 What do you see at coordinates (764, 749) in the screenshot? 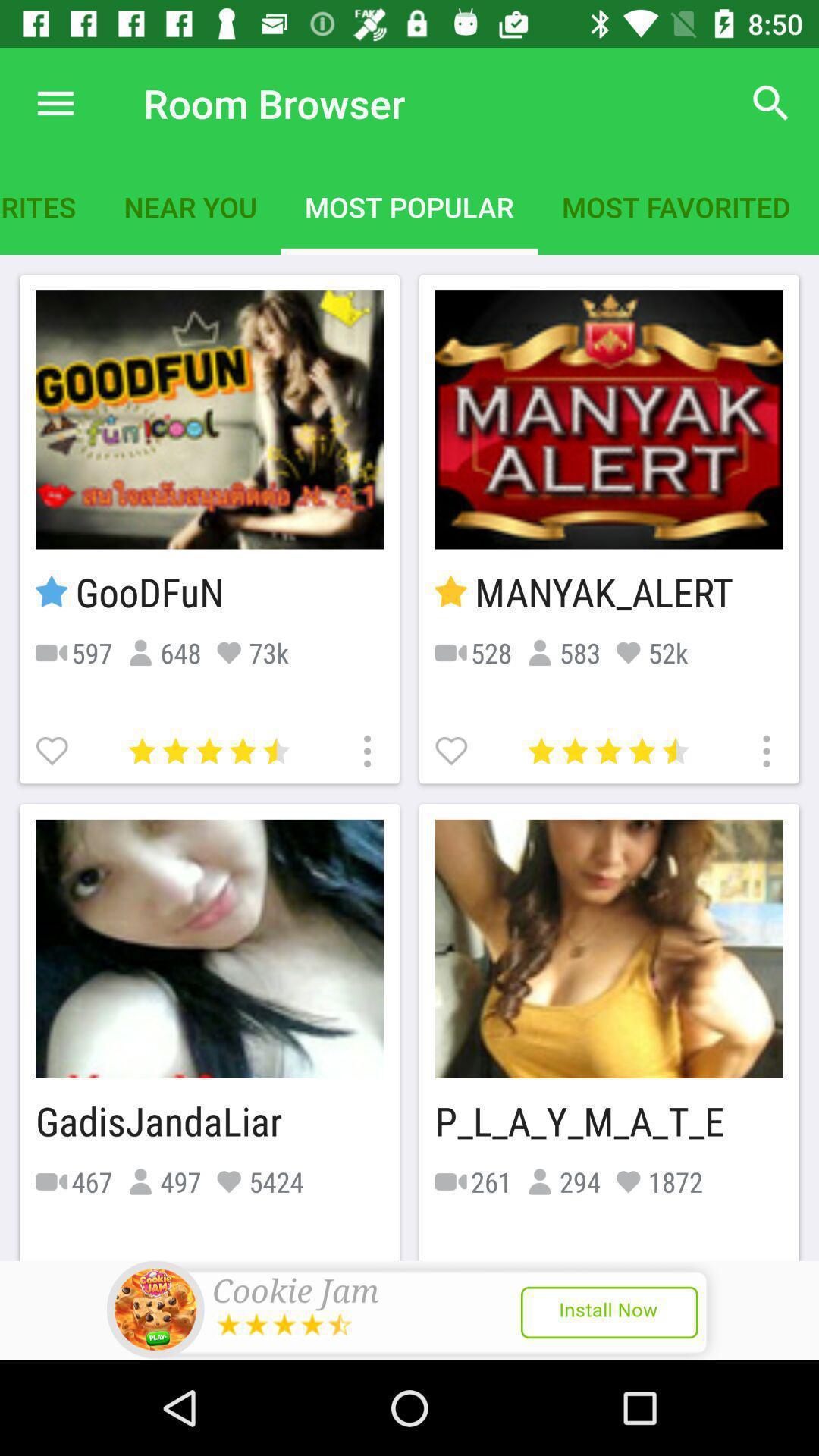
I see `settings of the game` at bounding box center [764, 749].